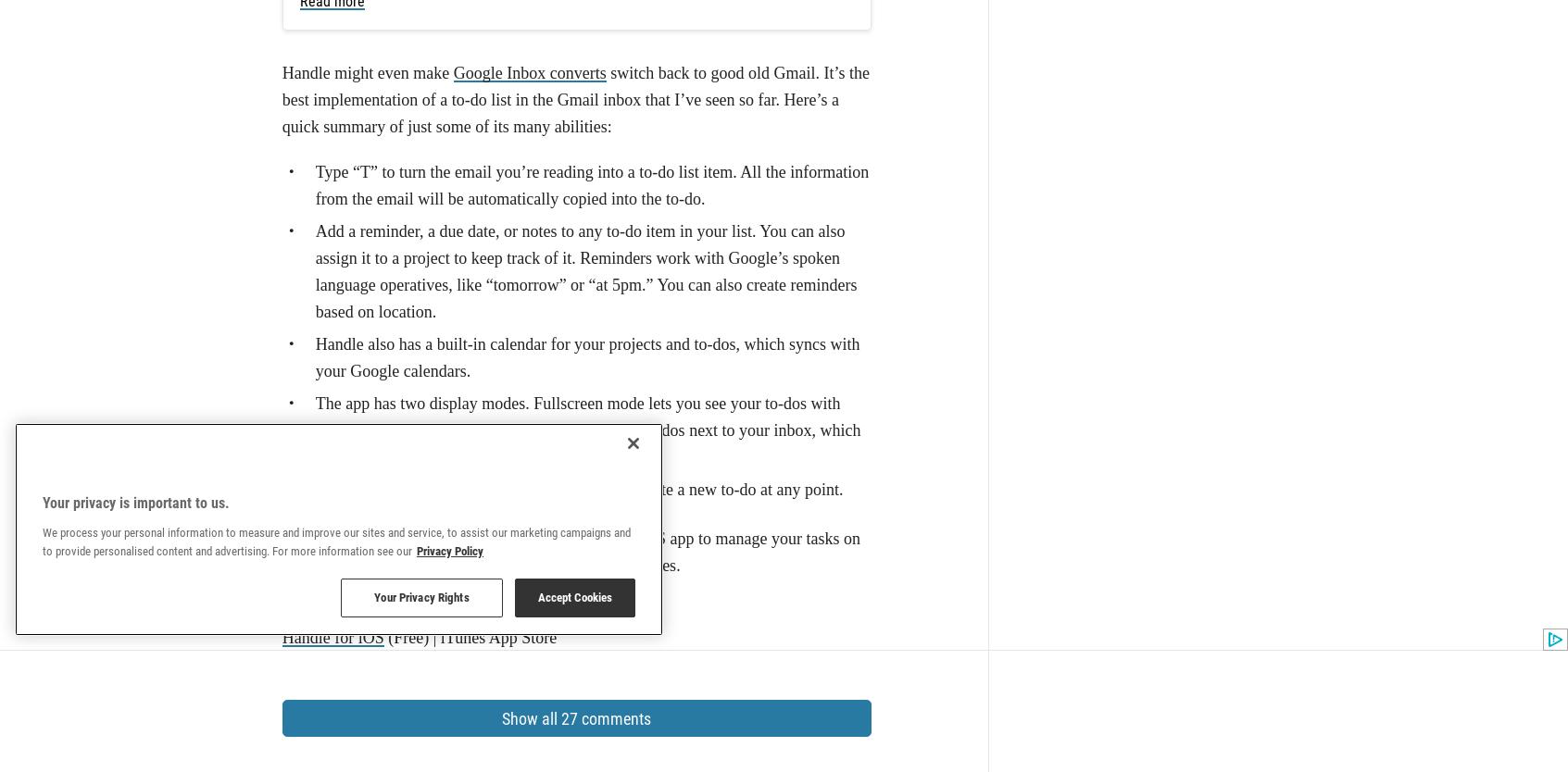 The width and height of the screenshot is (1568, 772). Describe the element at coordinates (587, 84) in the screenshot. I see `'The app has two display modes. Fullscreen mode lets you see your to-dos with your Handle calendar. Sidebar mode shows your to-dos next to your inbox, which is invaluable while sorting your inbox.'` at that location.